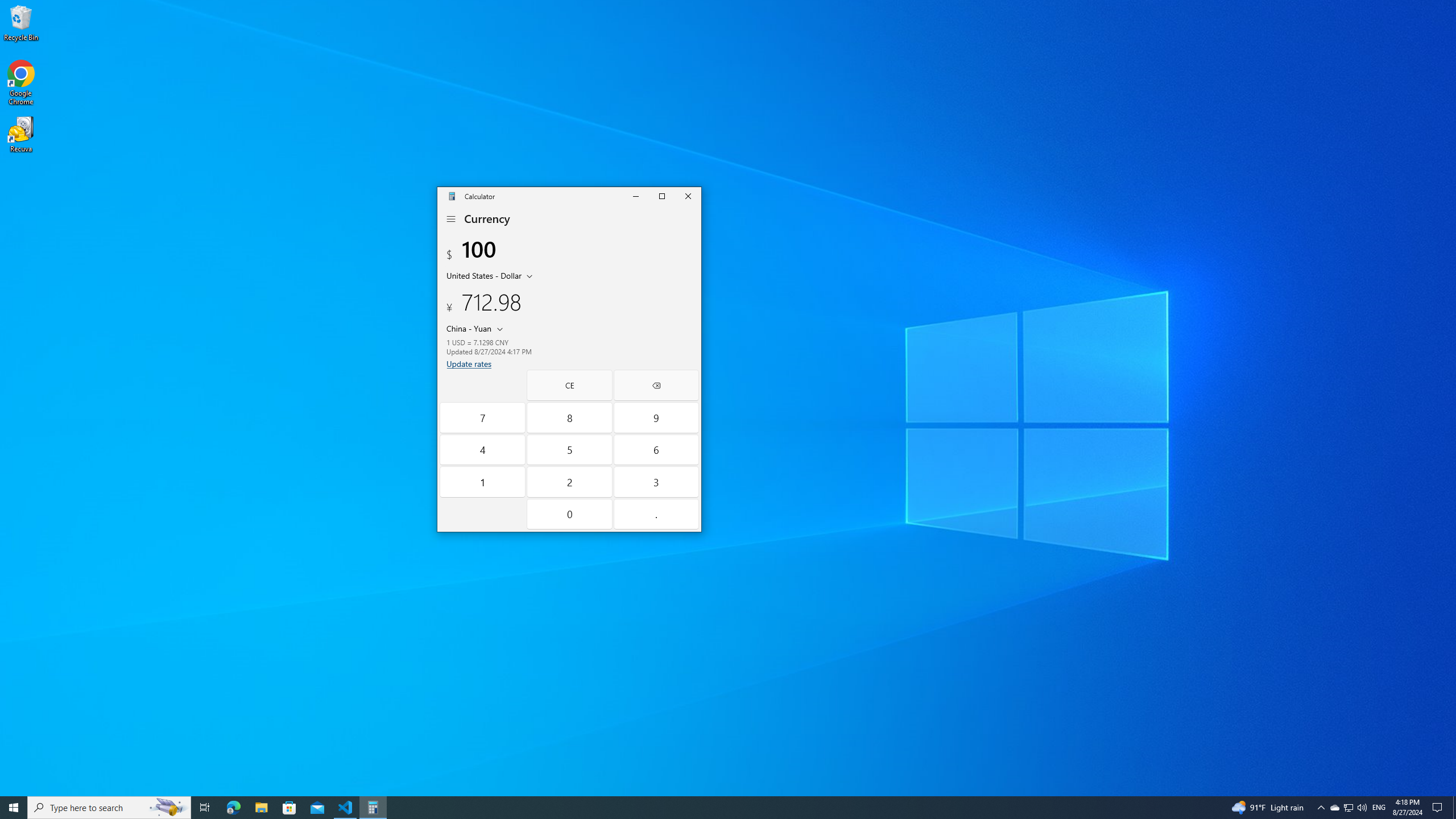  Describe the element at coordinates (109, 806) in the screenshot. I see `'Type here to search'` at that location.